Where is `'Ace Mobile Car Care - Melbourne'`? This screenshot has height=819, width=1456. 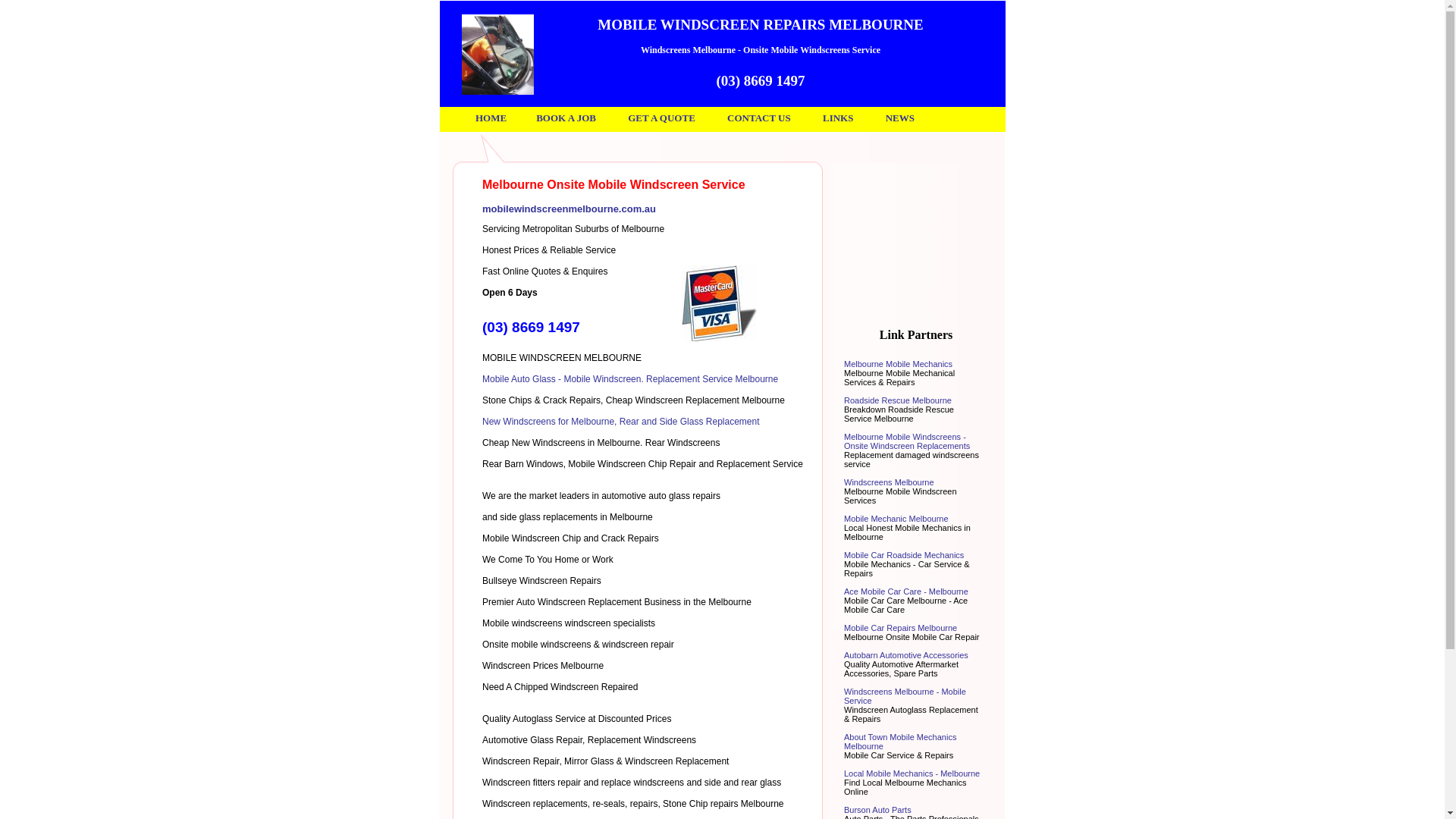 'Ace Mobile Car Care - Melbourne' is located at coordinates (906, 590).